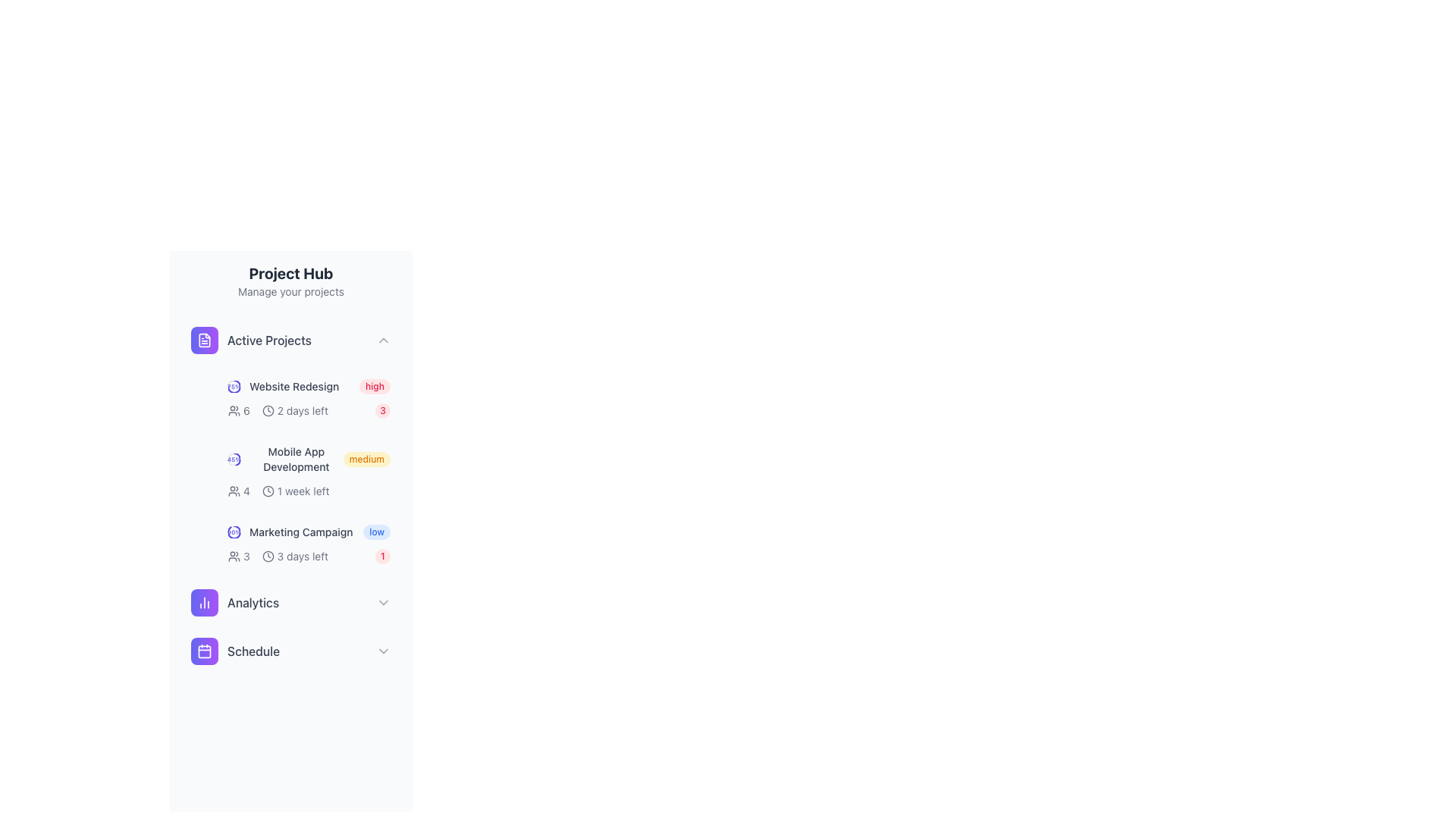  Describe the element at coordinates (303, 491) in the screenshot. I see `the '1 week left' text label in the 'Active Projects' list, which is styled in muted gray and positioned to the right of a clock icon` at that location.